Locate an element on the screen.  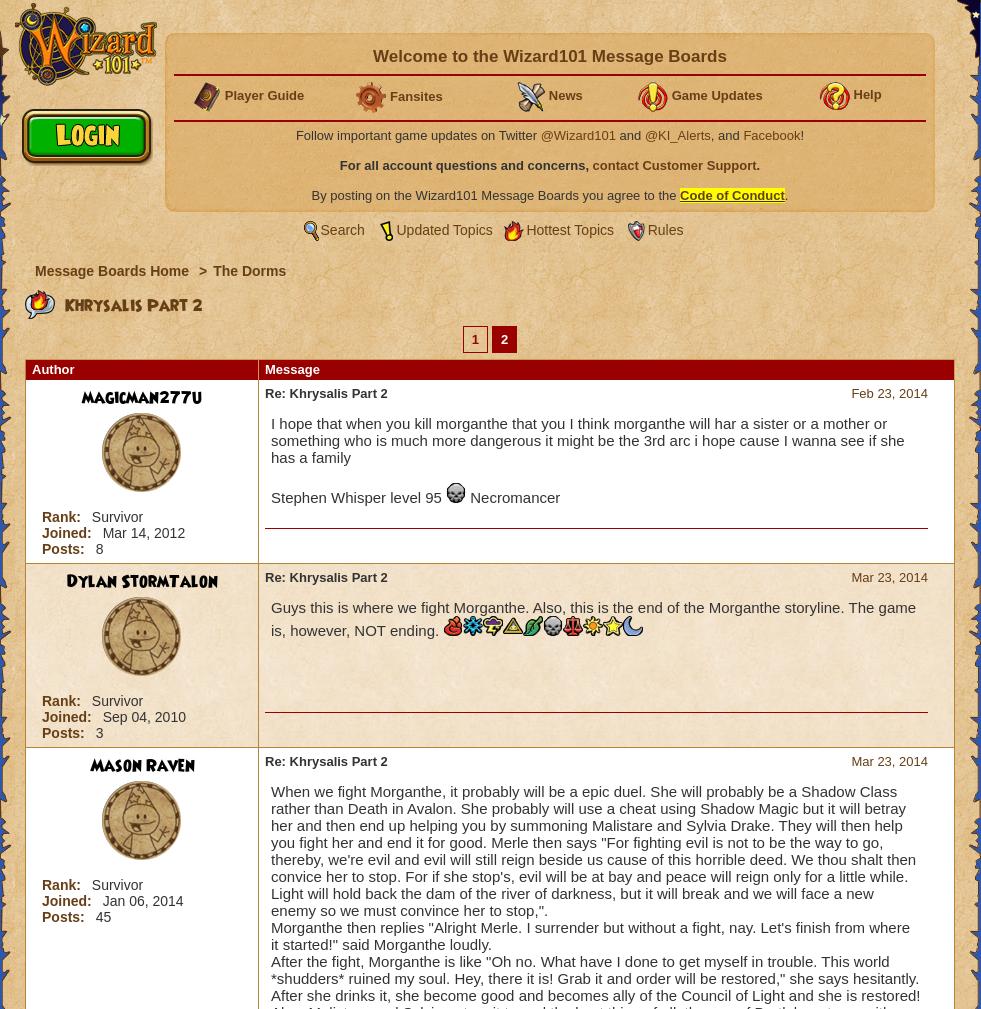
'Sep 04, 2010' is located at coordinates (101, 716).